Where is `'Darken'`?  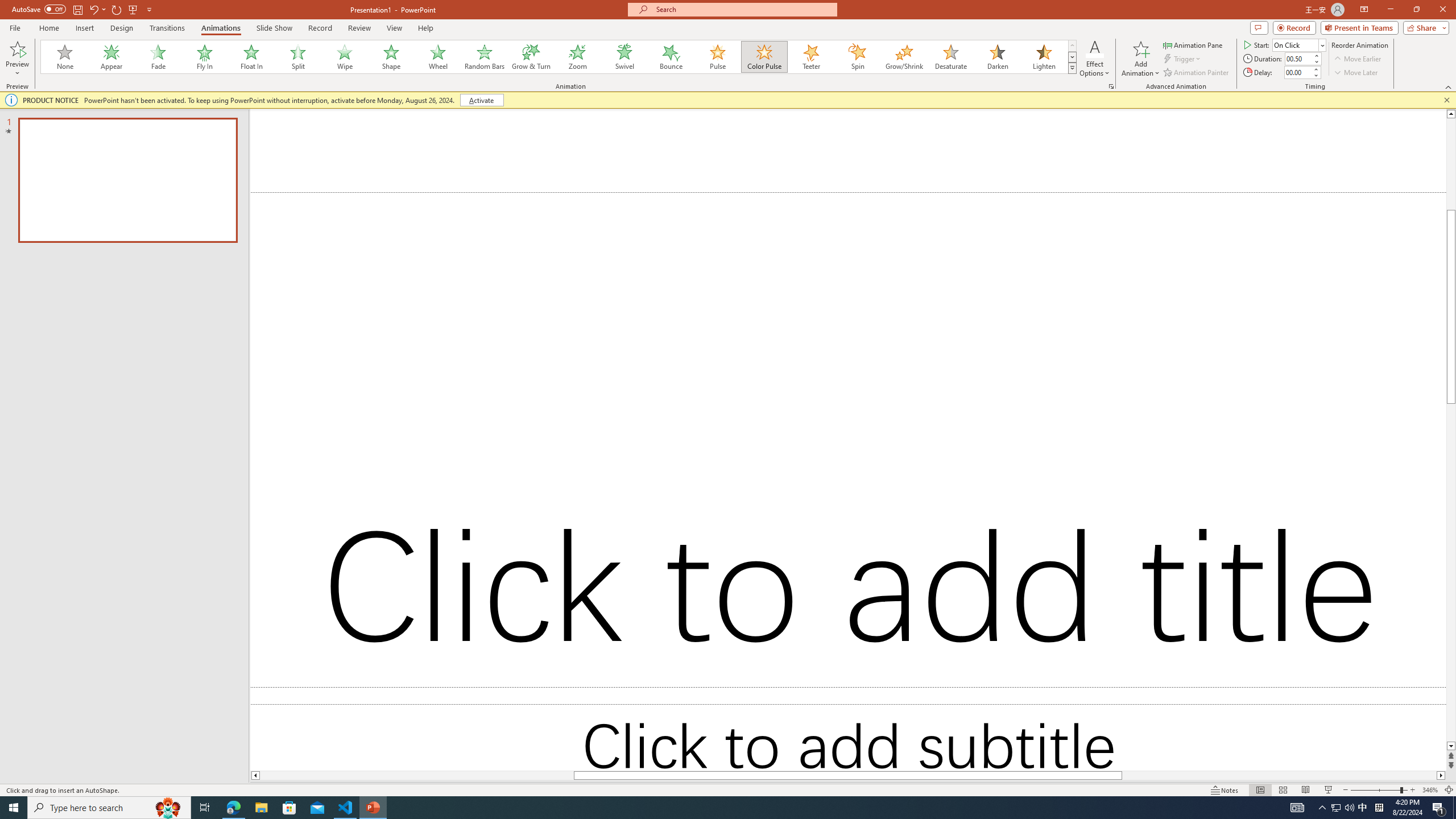
'Darken' is located at coordinates (996, 56).